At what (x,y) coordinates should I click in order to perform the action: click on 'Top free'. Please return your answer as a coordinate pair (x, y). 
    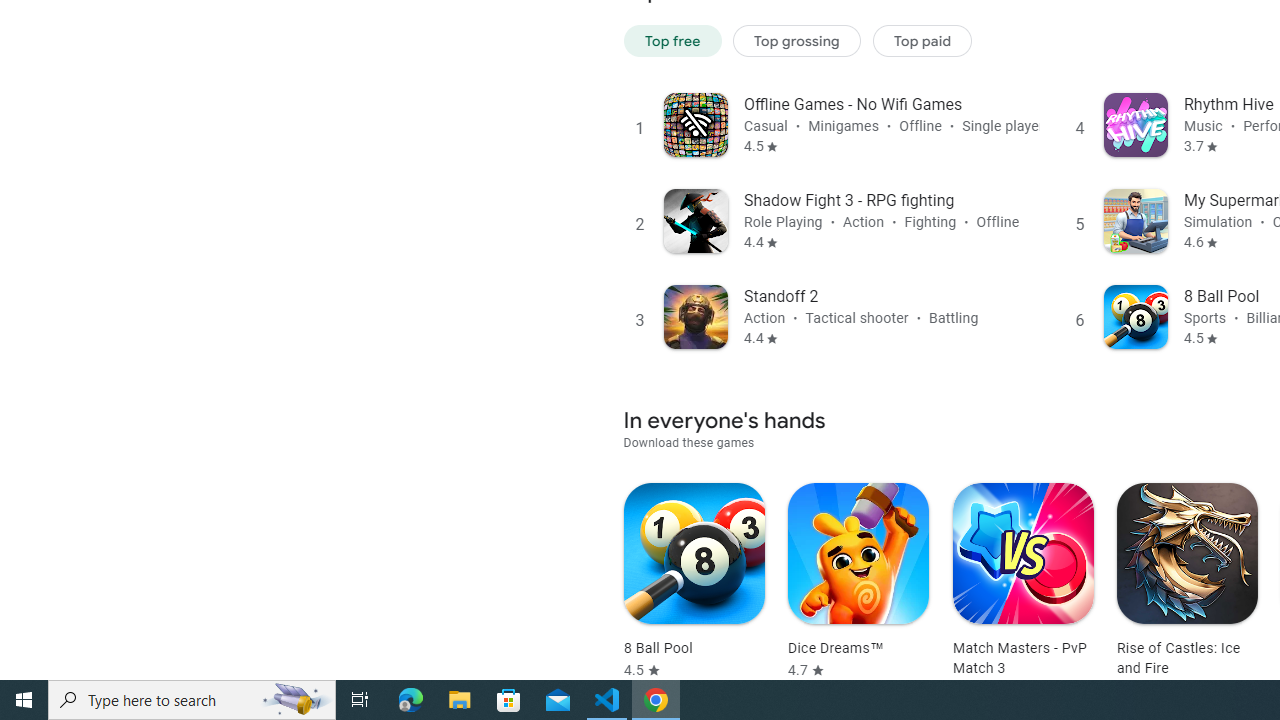
    Looking at the image, I should click on (672, 40).